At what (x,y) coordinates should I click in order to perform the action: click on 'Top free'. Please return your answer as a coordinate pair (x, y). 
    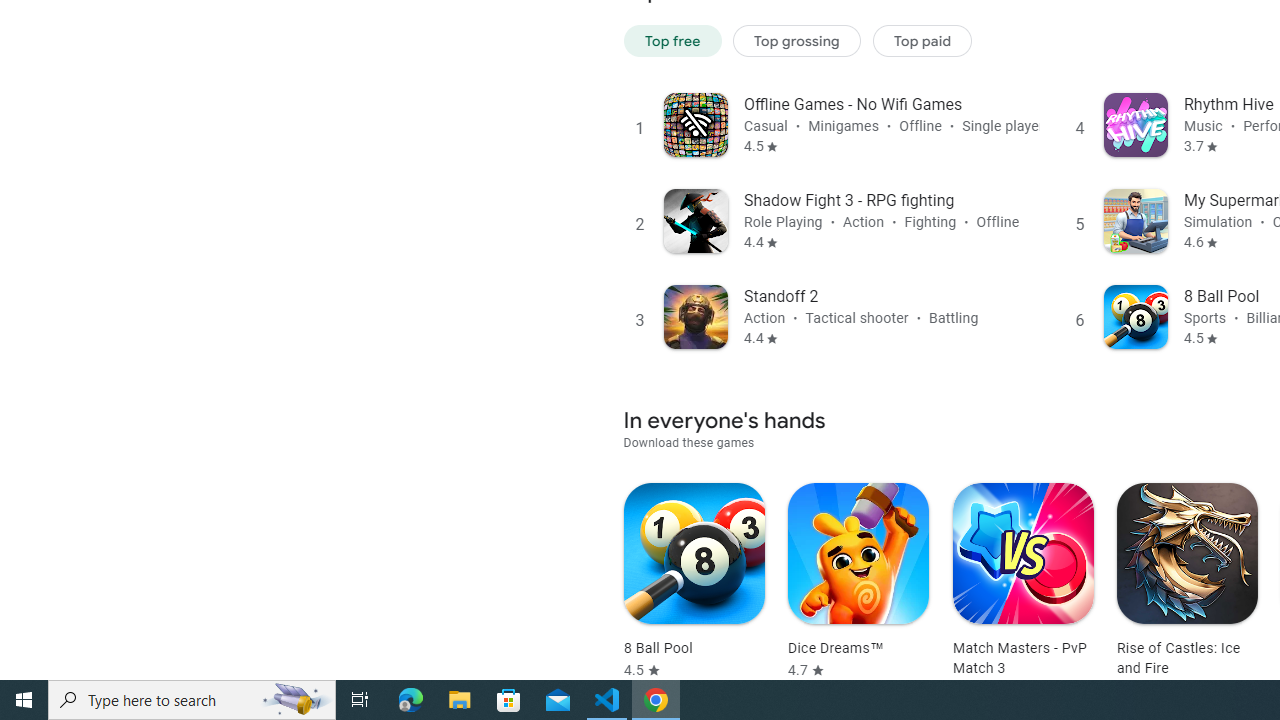
    Looking at the image, I should click on (672, 40).